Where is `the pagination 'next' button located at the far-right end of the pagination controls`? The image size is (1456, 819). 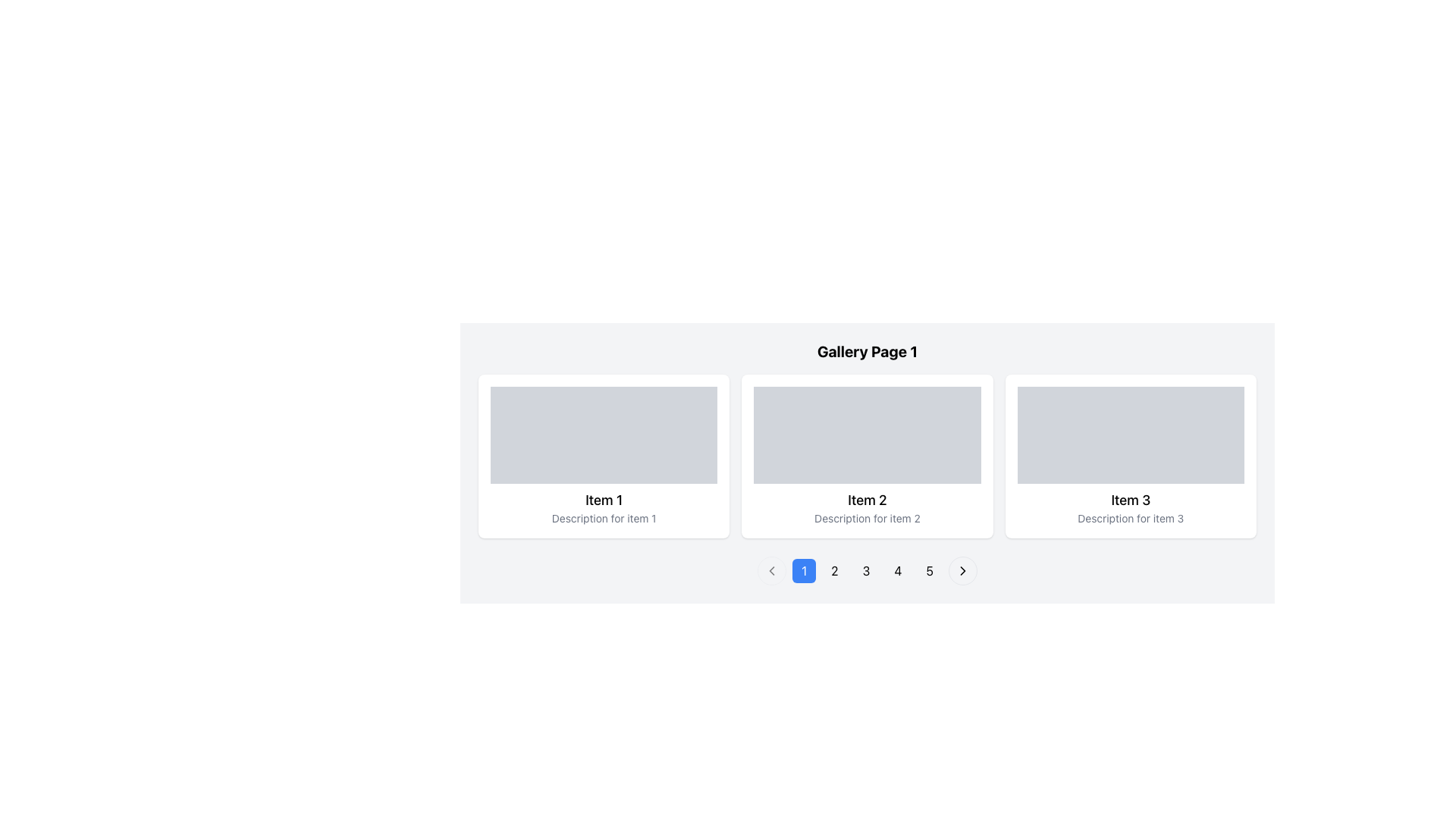
the pagination 'next' button located at the far-right end of the pagination controls is located at coordinates (962, 570).